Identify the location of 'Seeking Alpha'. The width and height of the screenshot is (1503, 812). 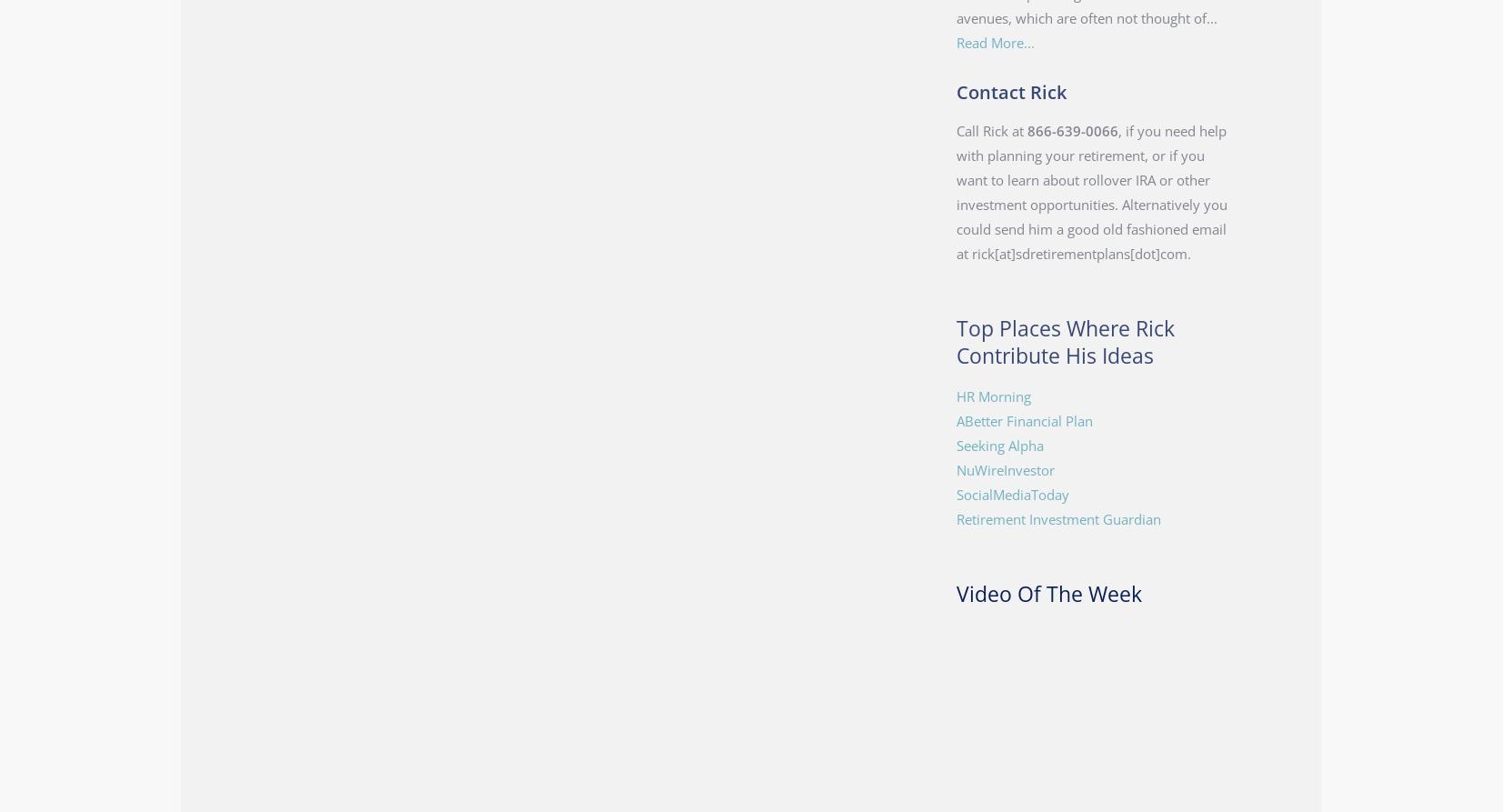
(999, 444).